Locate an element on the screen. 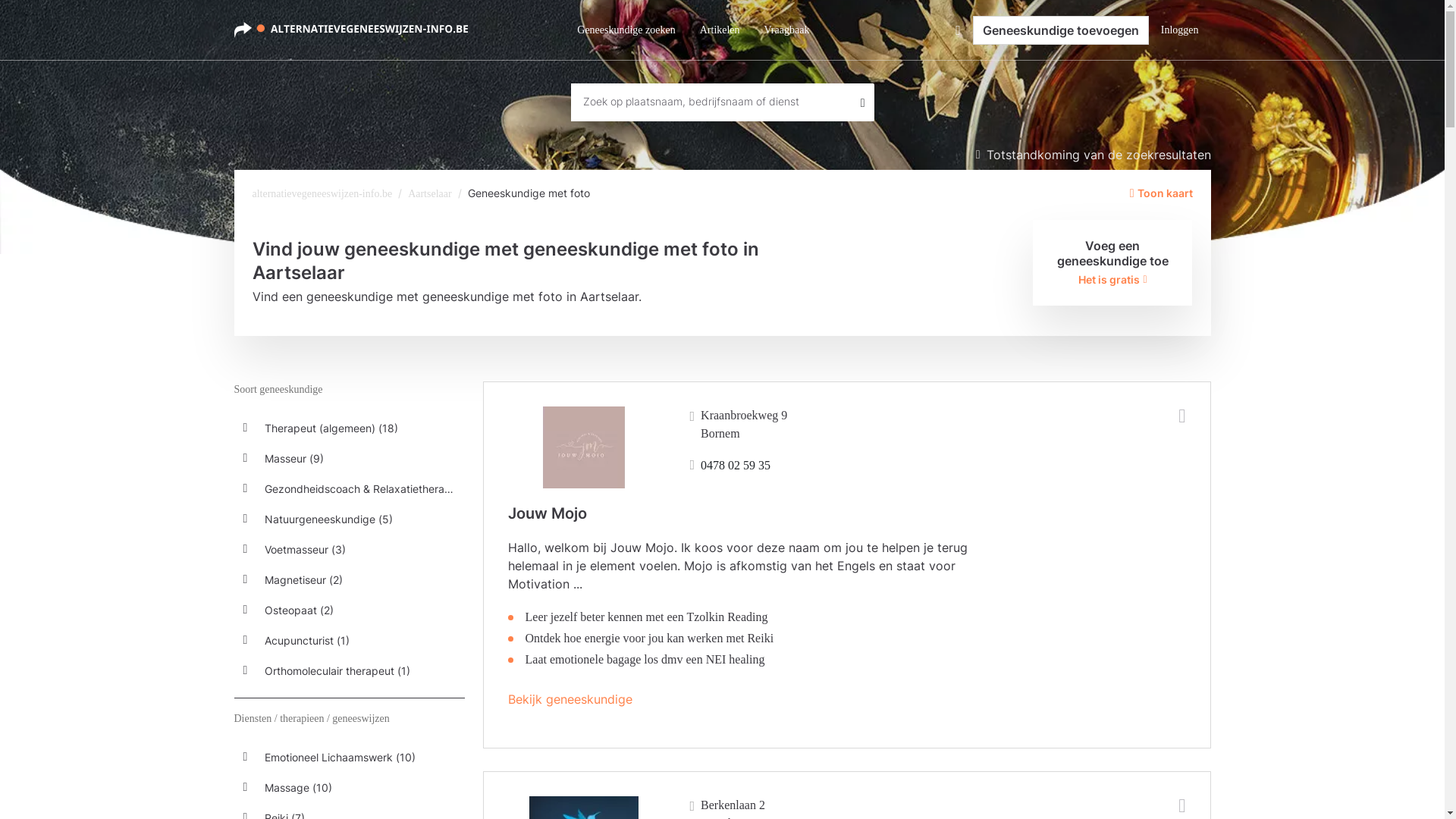 The width and height of the screenshot is (1456, 819). 'Jouw Mojo' is located at coordinates (546, 513).